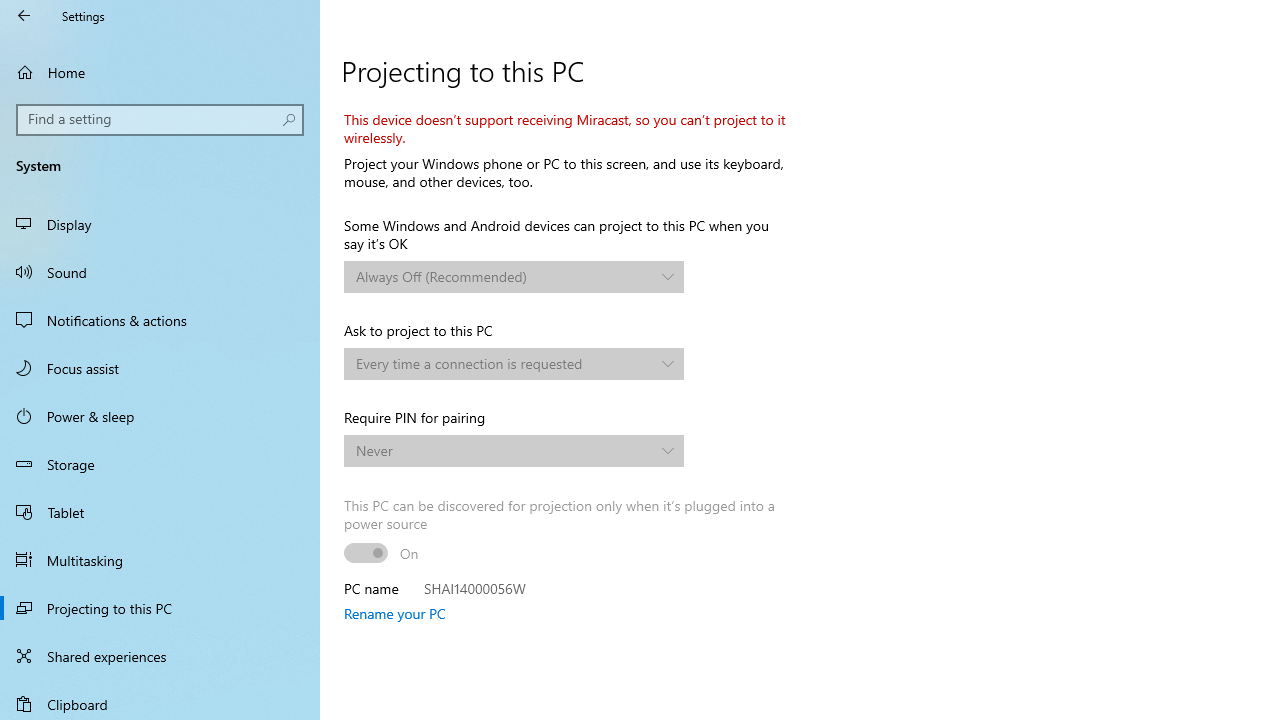  Describe the element at coordinates (160, 559) in the screenshot. I see `'Multitasking'` at that location.